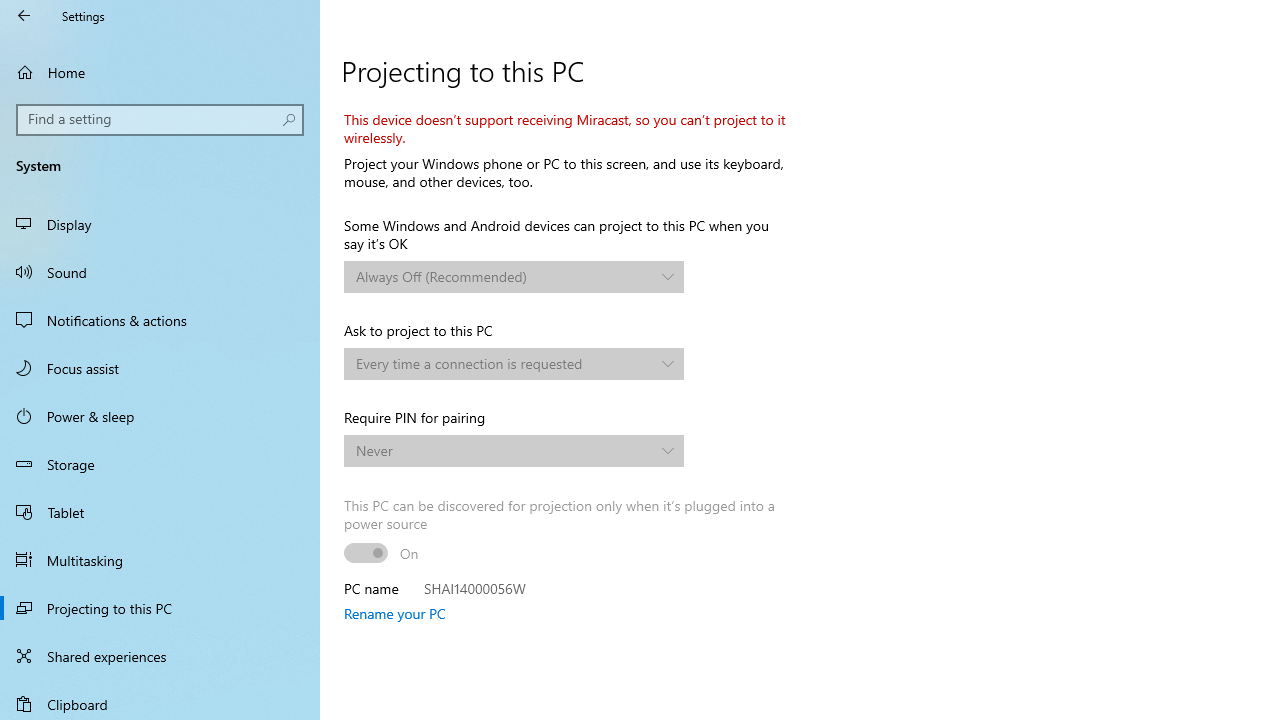  Describe the element at coordinates (160, 559) in the screenshot. I see `'Multitasking'` at that location.